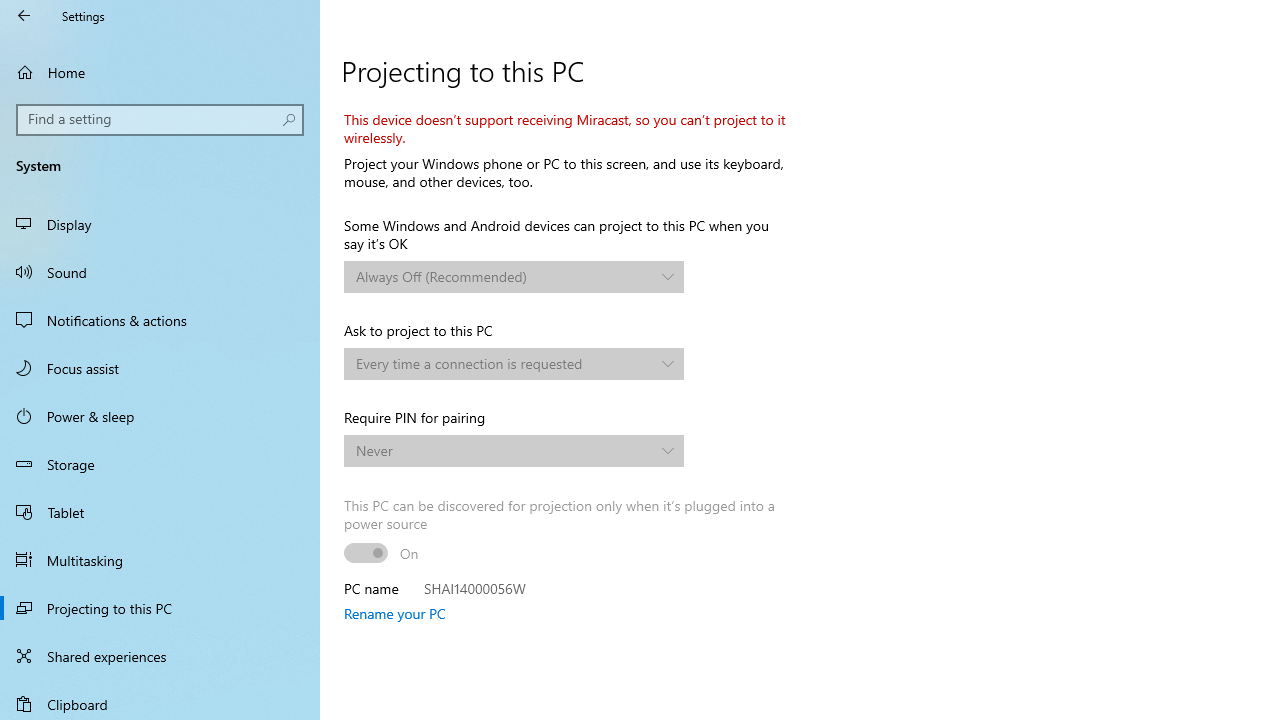  Describe the element at coordinates (160, 559) in the screenshot. I see `'Multitasking'` at that location.